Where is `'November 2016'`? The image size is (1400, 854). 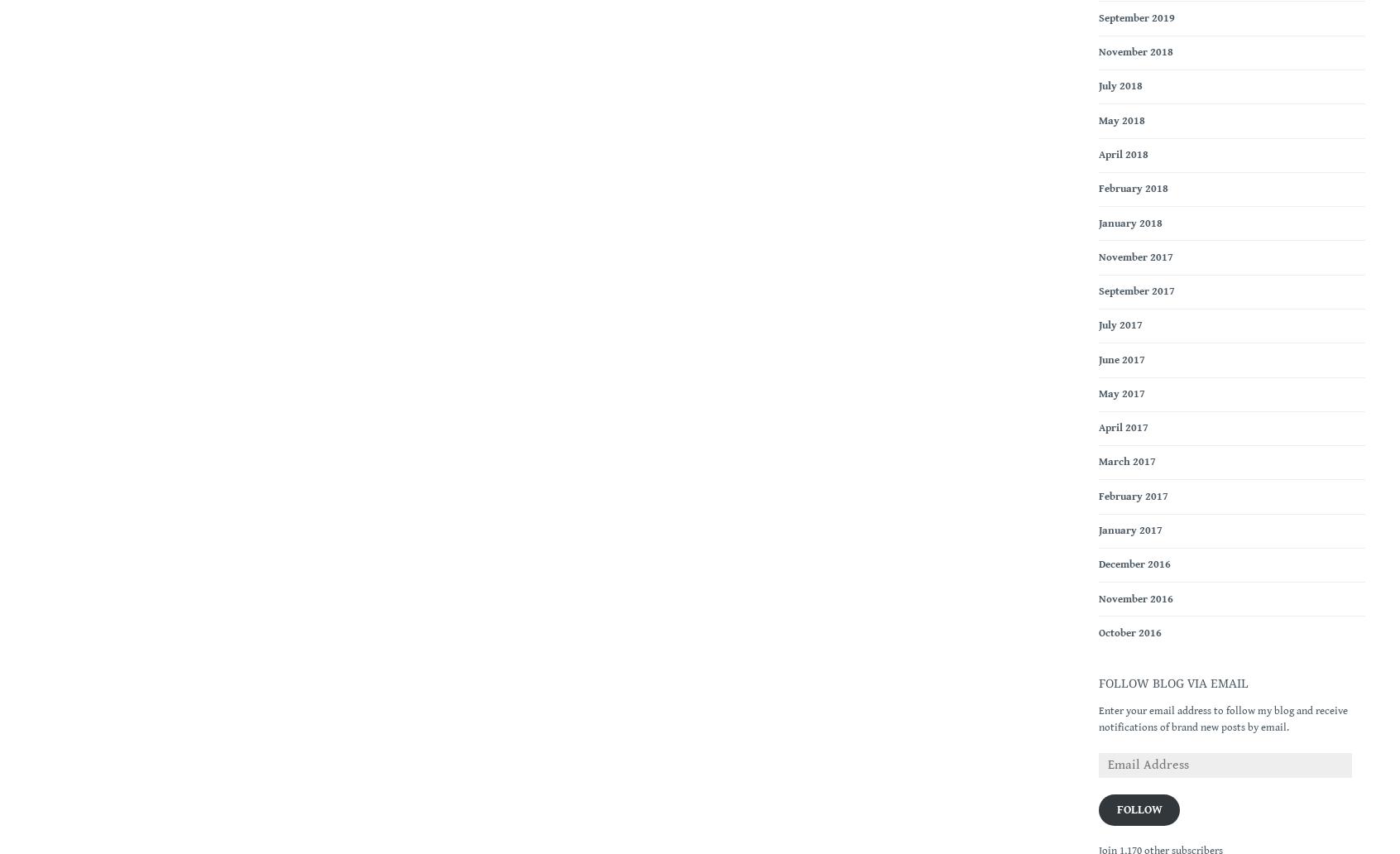
'November 2016' is located at coordinates (1136, 597).